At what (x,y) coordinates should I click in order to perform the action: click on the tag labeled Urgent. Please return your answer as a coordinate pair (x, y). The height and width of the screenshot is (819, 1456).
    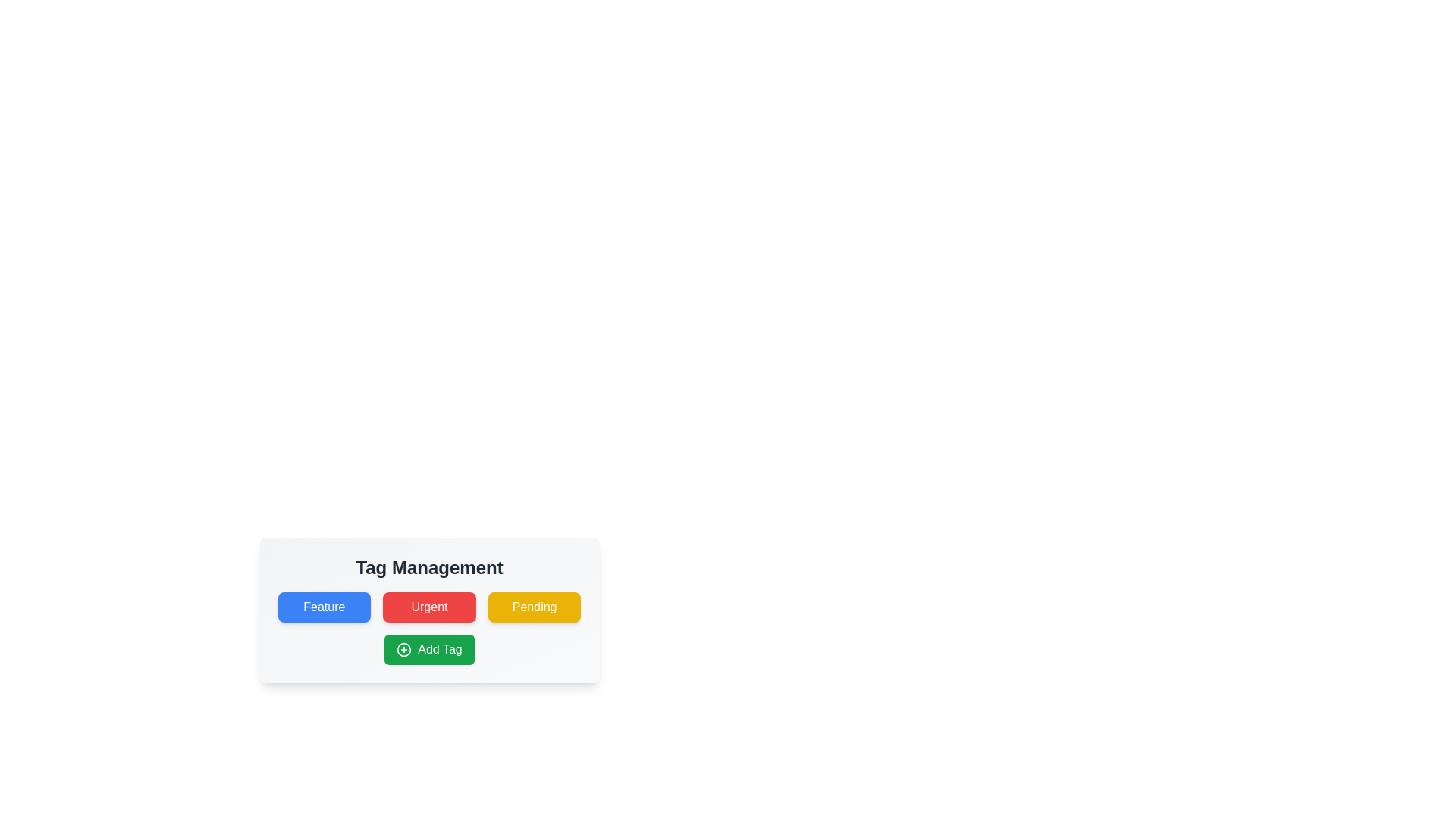
    Looking at the image, I should click on (428, 607).